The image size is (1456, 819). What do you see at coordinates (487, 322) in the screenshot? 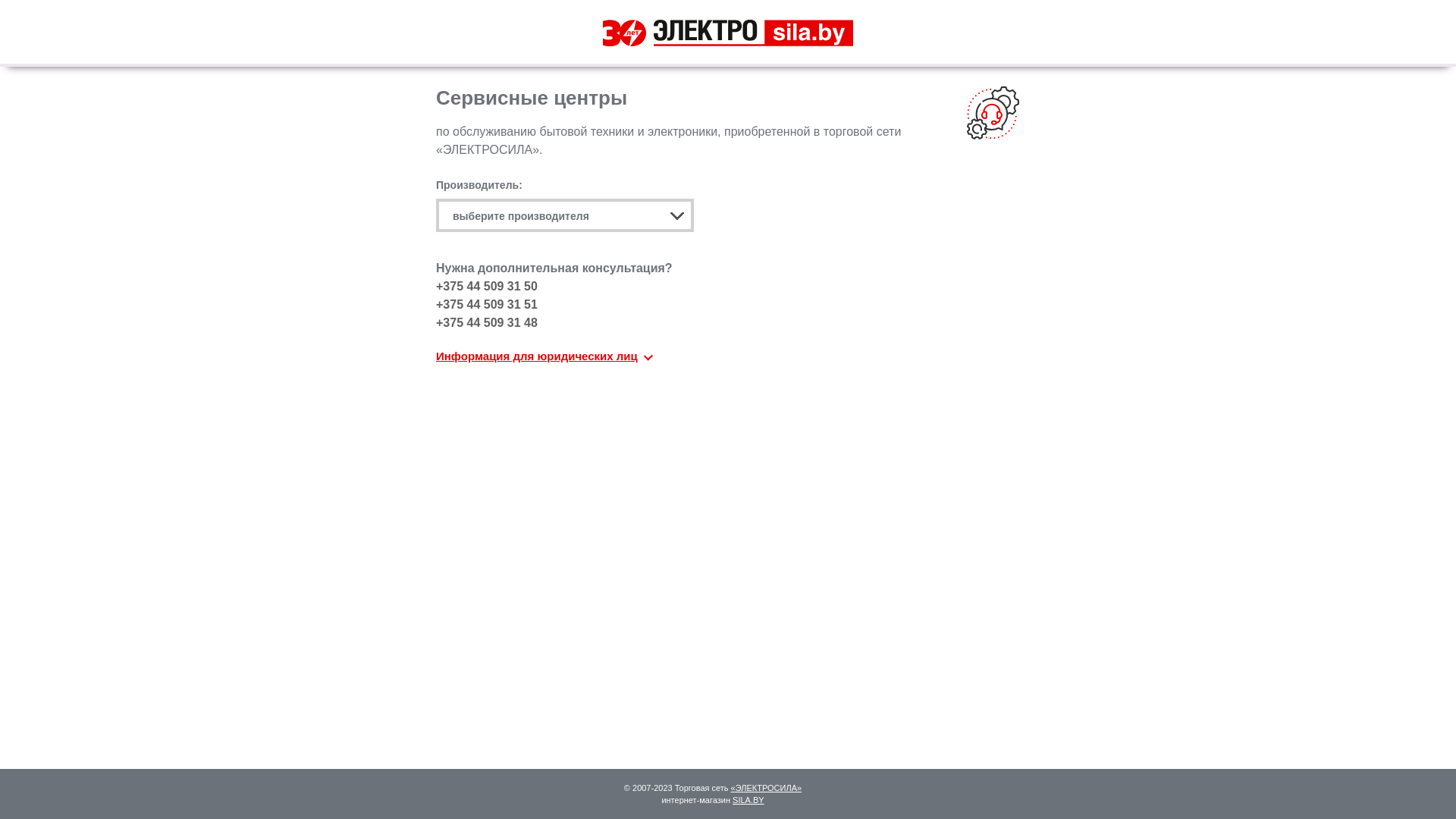
I see `'+375 44 509 31 48'` at bounding box center [487, 322].